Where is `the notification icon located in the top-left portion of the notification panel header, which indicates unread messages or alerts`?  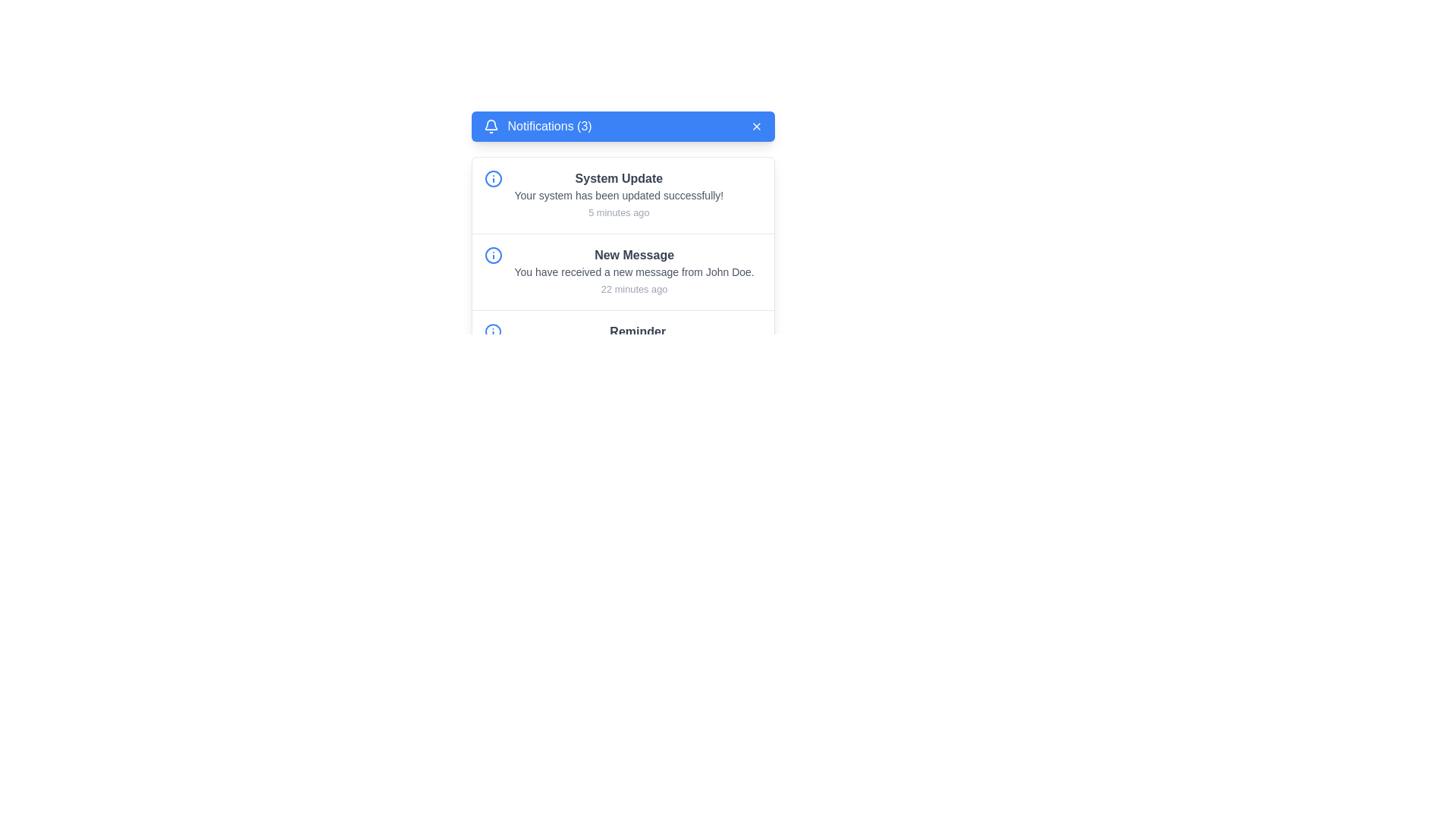 the notification icon located in the top-left portion of the notification panel header, which indicates unread messages or alerts is located at coordinates (491, 125).